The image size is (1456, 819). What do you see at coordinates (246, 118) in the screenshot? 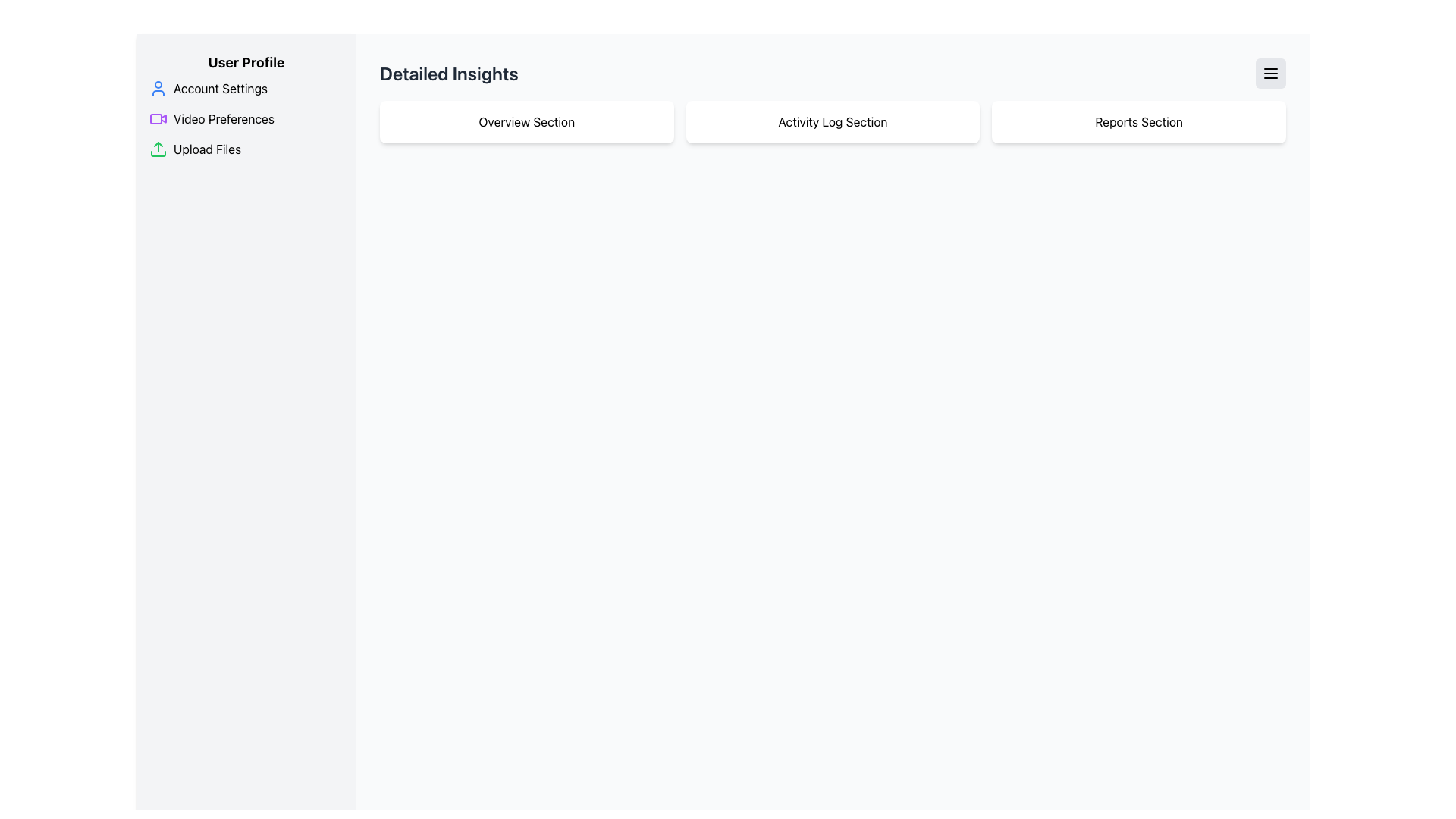
I see `'Video Preferences' list item, which is the second option in the User Profile panel, by clicking on the corresponding icon and text` at bounding box center [246, 118].